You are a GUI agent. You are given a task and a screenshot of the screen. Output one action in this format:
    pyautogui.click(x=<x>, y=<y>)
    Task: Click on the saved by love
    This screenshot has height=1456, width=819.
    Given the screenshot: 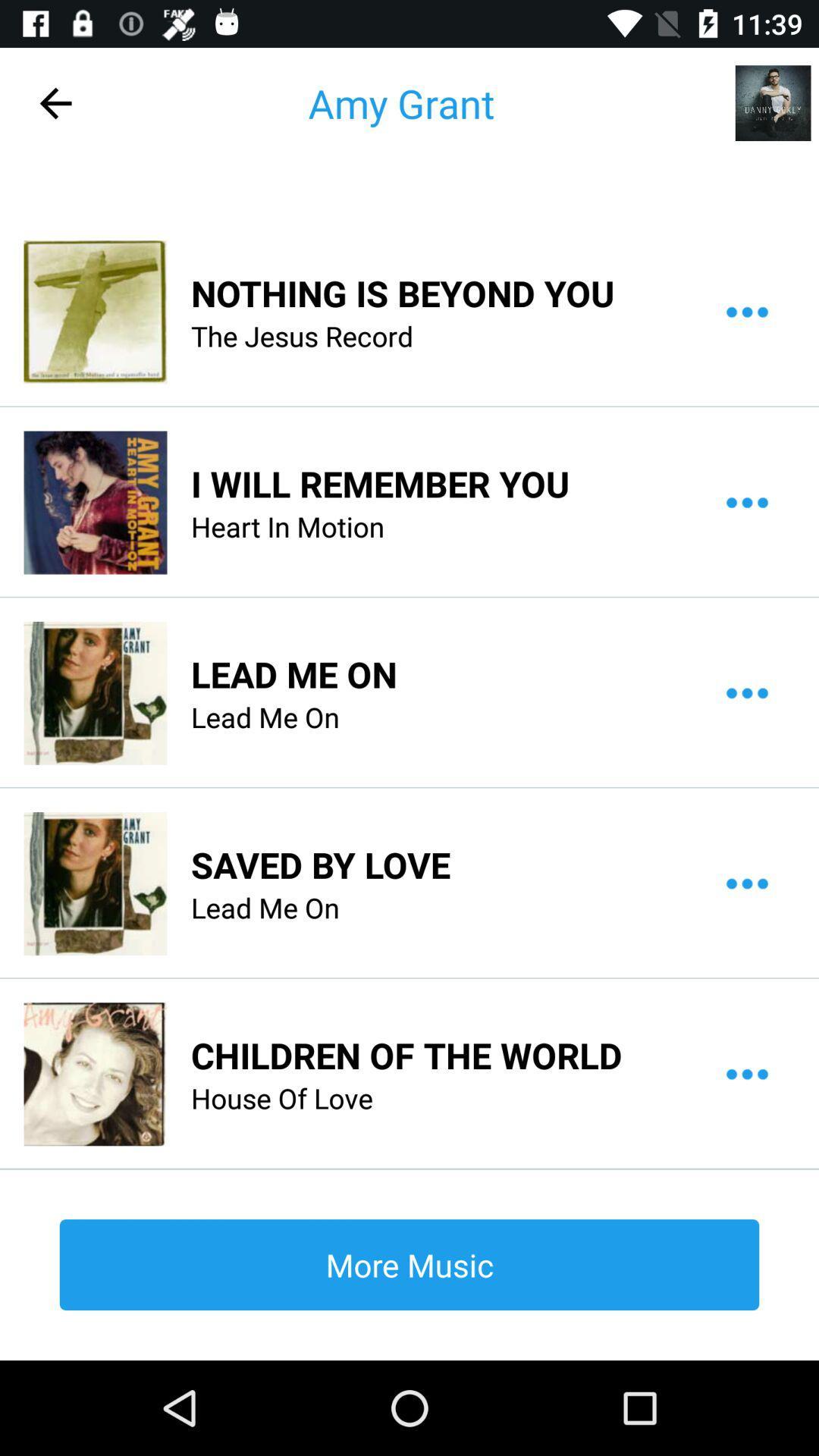 What is the action you would take?
    pyautogui.click(x=320, y=864)
    